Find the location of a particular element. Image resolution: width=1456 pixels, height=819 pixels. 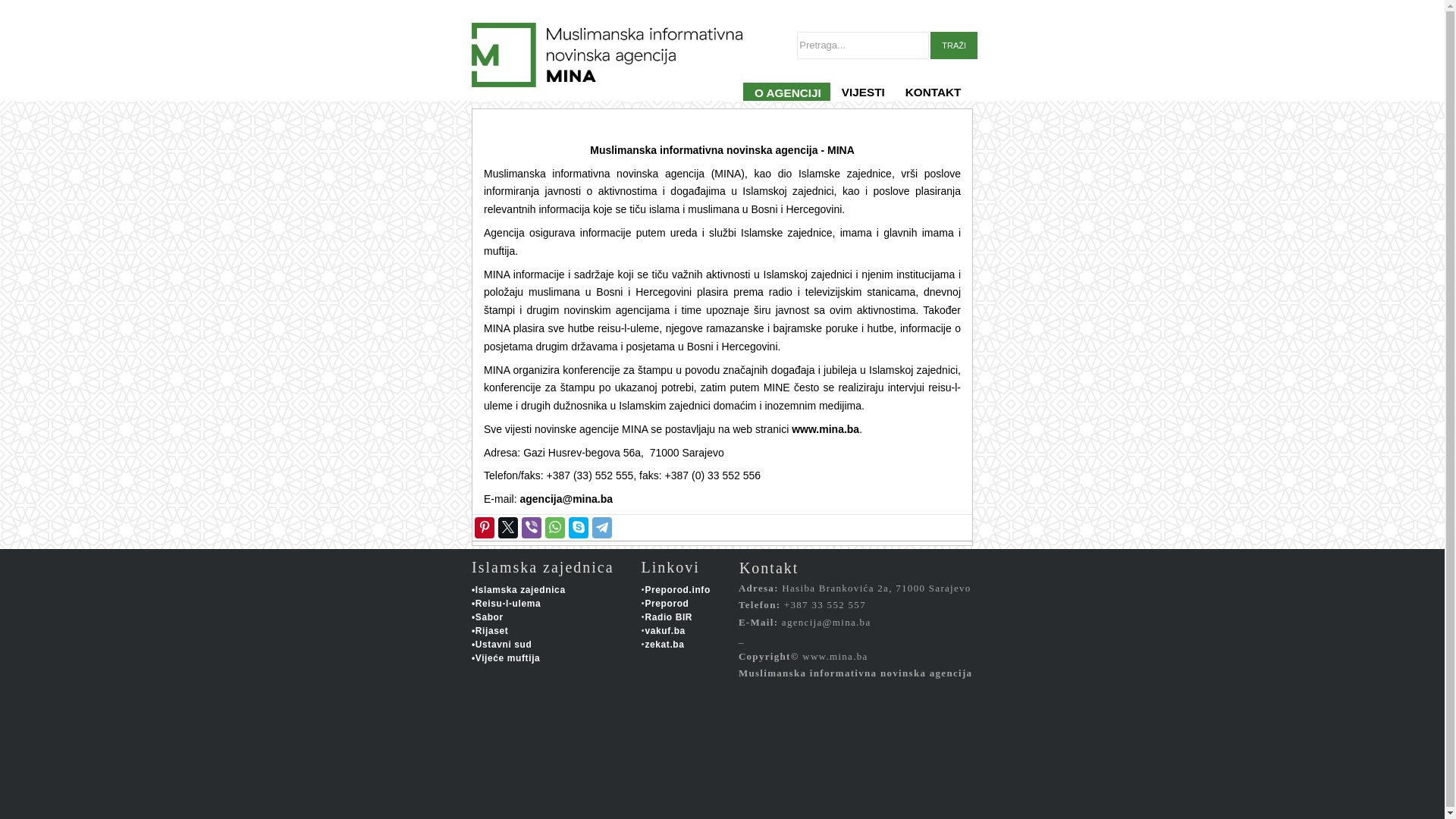

'Preporod' is located at coordinates (666, 602).